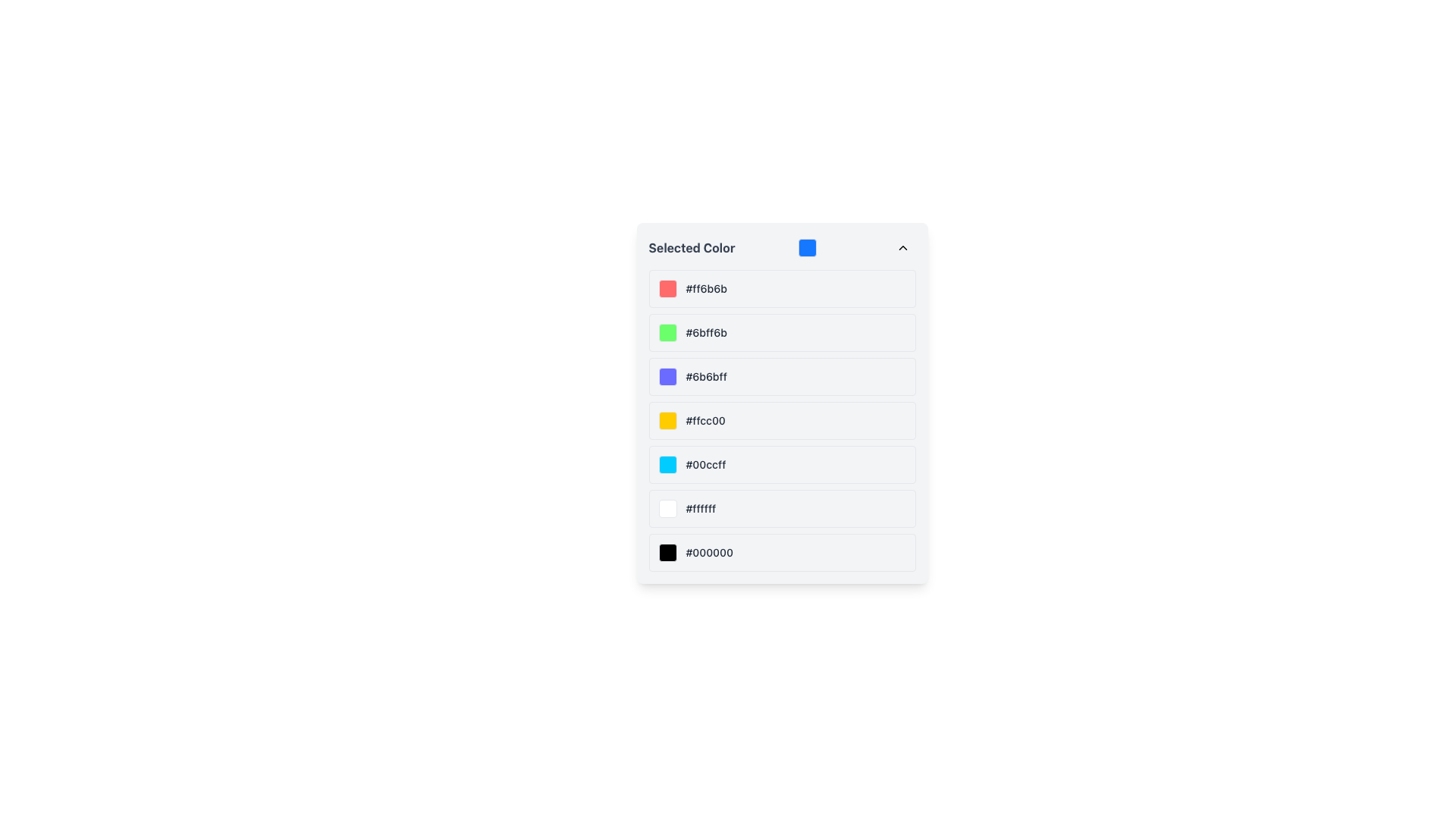 This screenshot has width=1456, height=819. What do you see at coordinates (705, 332) in the screenshot?
I see `the static text displaying the hexadecimal color code '#6bff6b', which is located in the second row of the color options list, to the right of the green square icon` at bounding box center [705, 332].